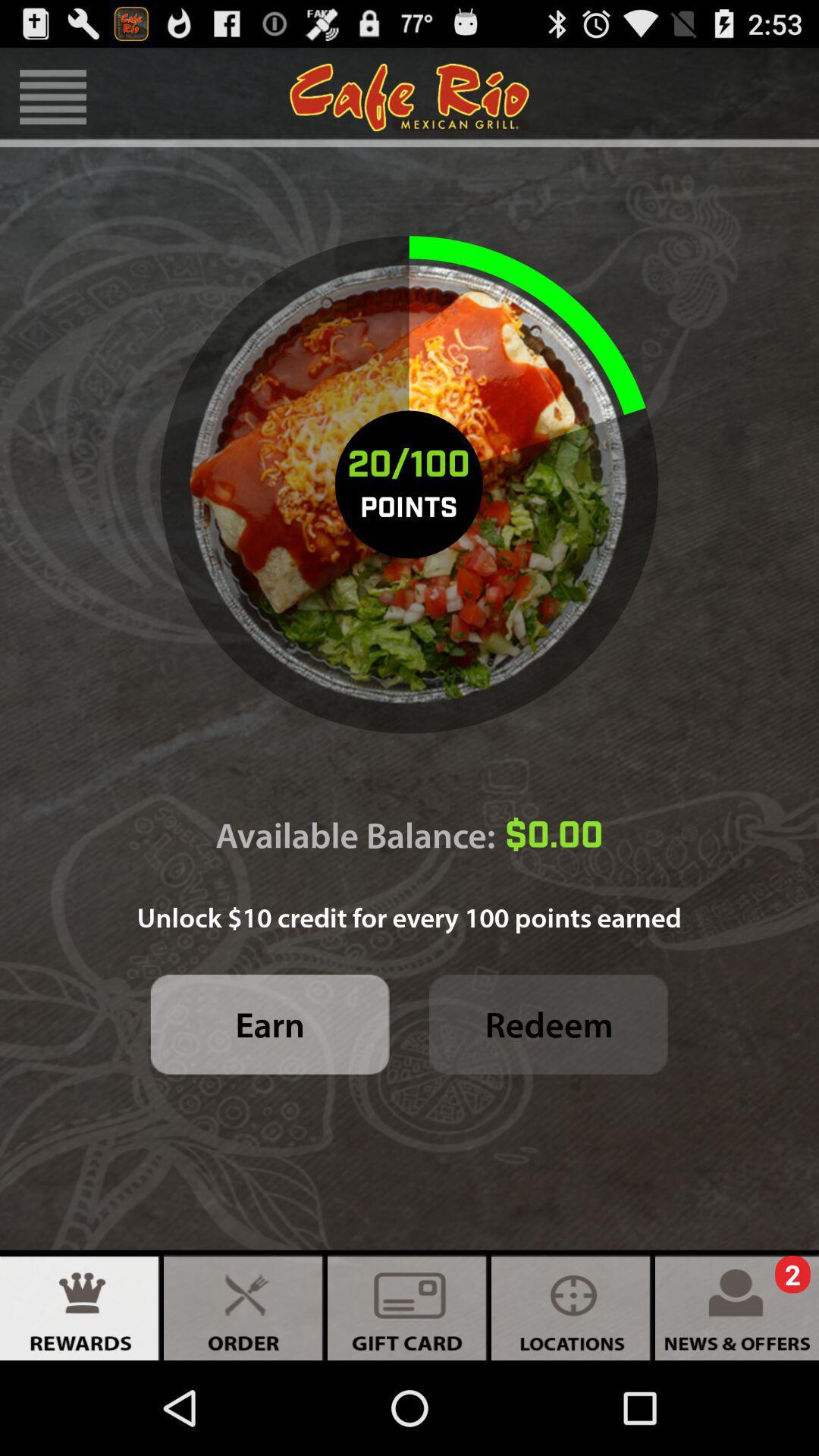 The width and height of the screenshot is (819, 1456). Describe the element at coordinates (269, 1025) in the screenshot. I see `item to the left of redeem` at that location.